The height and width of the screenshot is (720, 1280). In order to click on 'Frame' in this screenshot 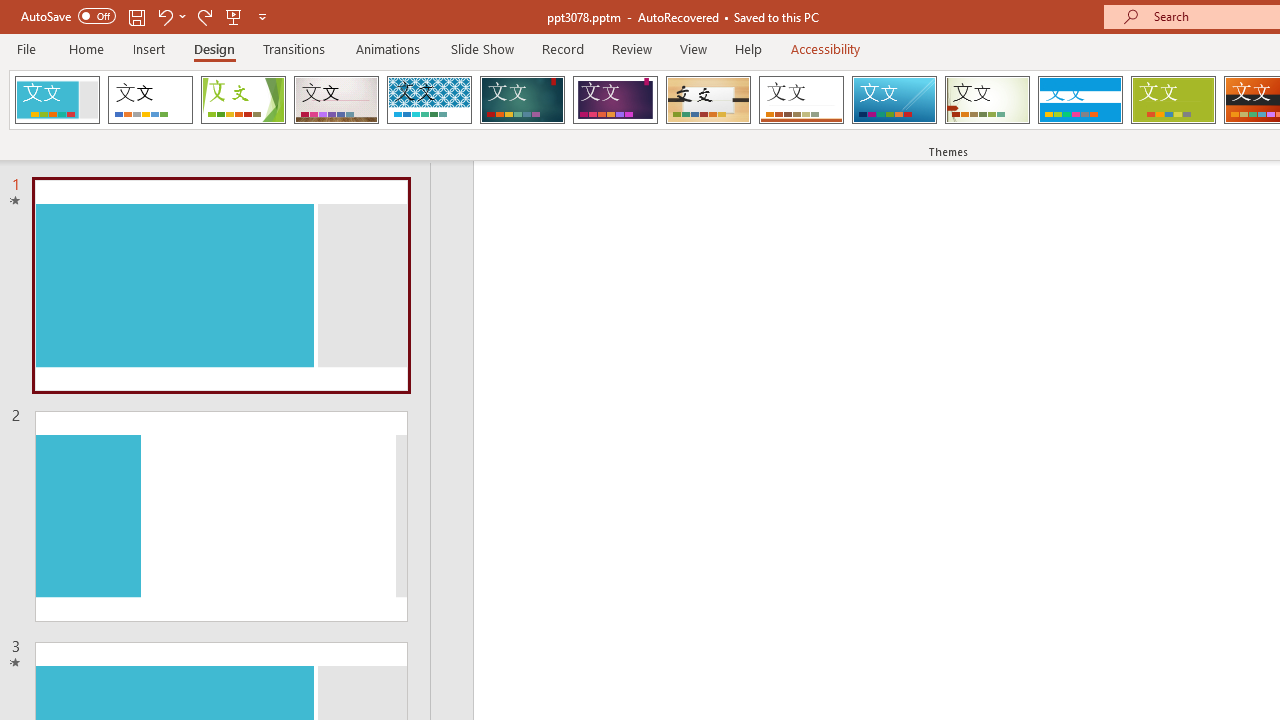, I will do `click(57, 100)`.